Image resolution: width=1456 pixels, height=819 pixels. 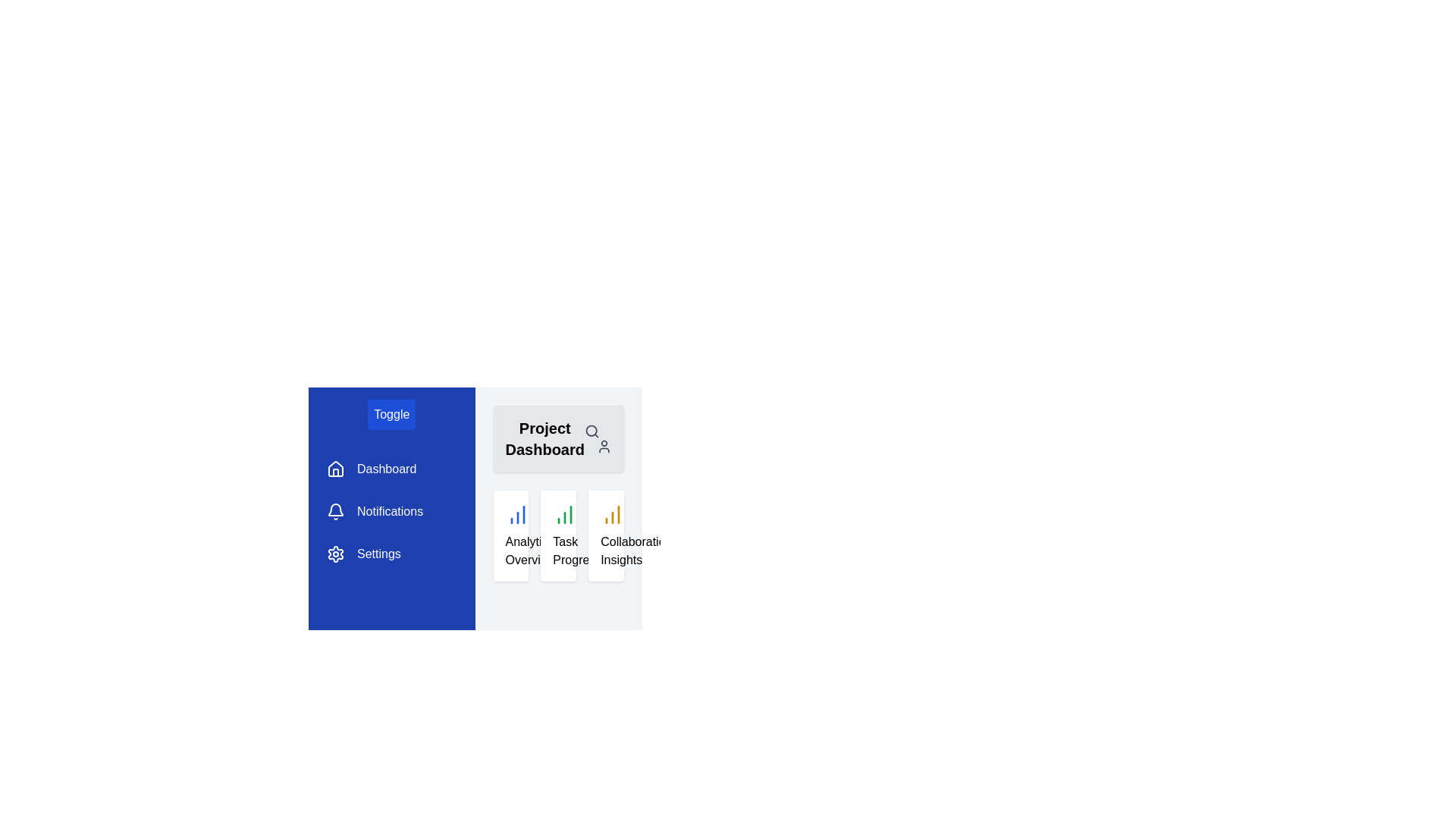 What do you see at coordinates (557, 535) in the screenshot?
I see `the second Information Card displaying 'Task Progress' in bold black text, located under the 'Project Dashboard' section` at bounding box center [557, 535].